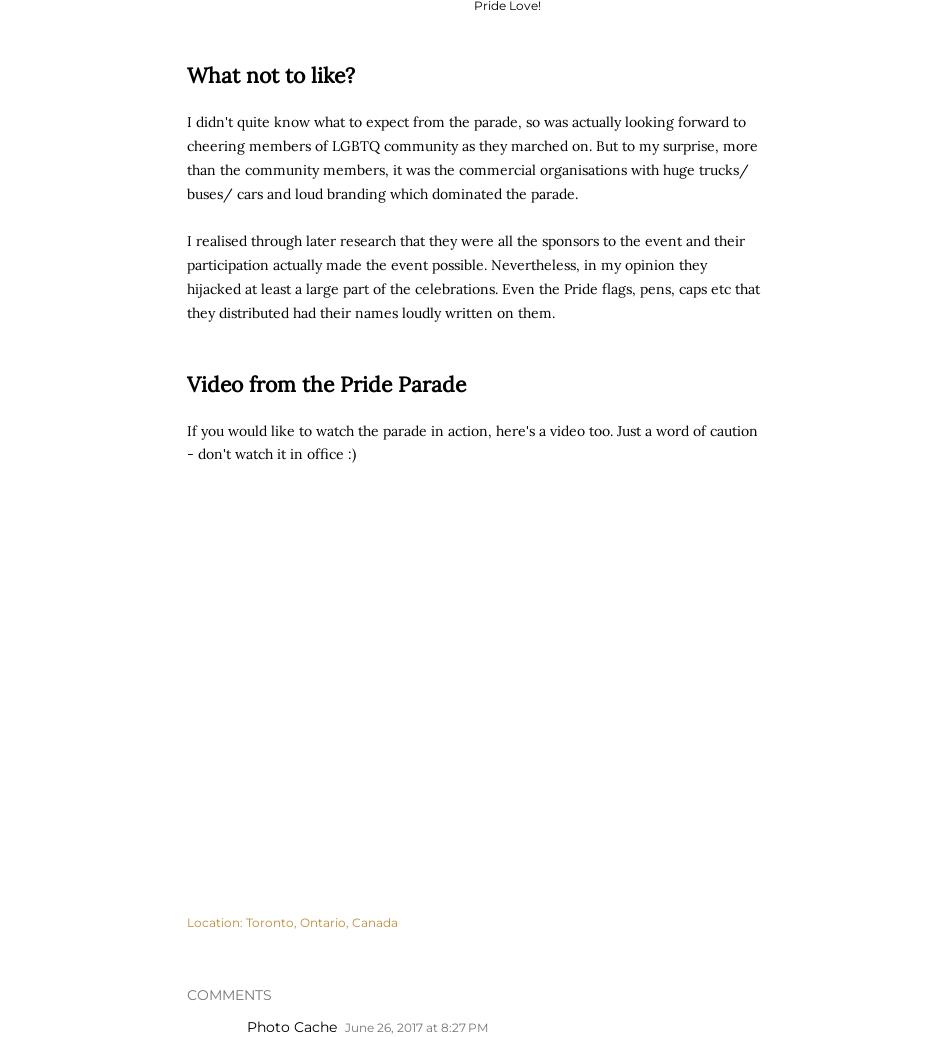  What do you see at coordinates (291, 1027) in the screenshot?
I see `'Photo Cache'` at bounding box center [291, 1027].